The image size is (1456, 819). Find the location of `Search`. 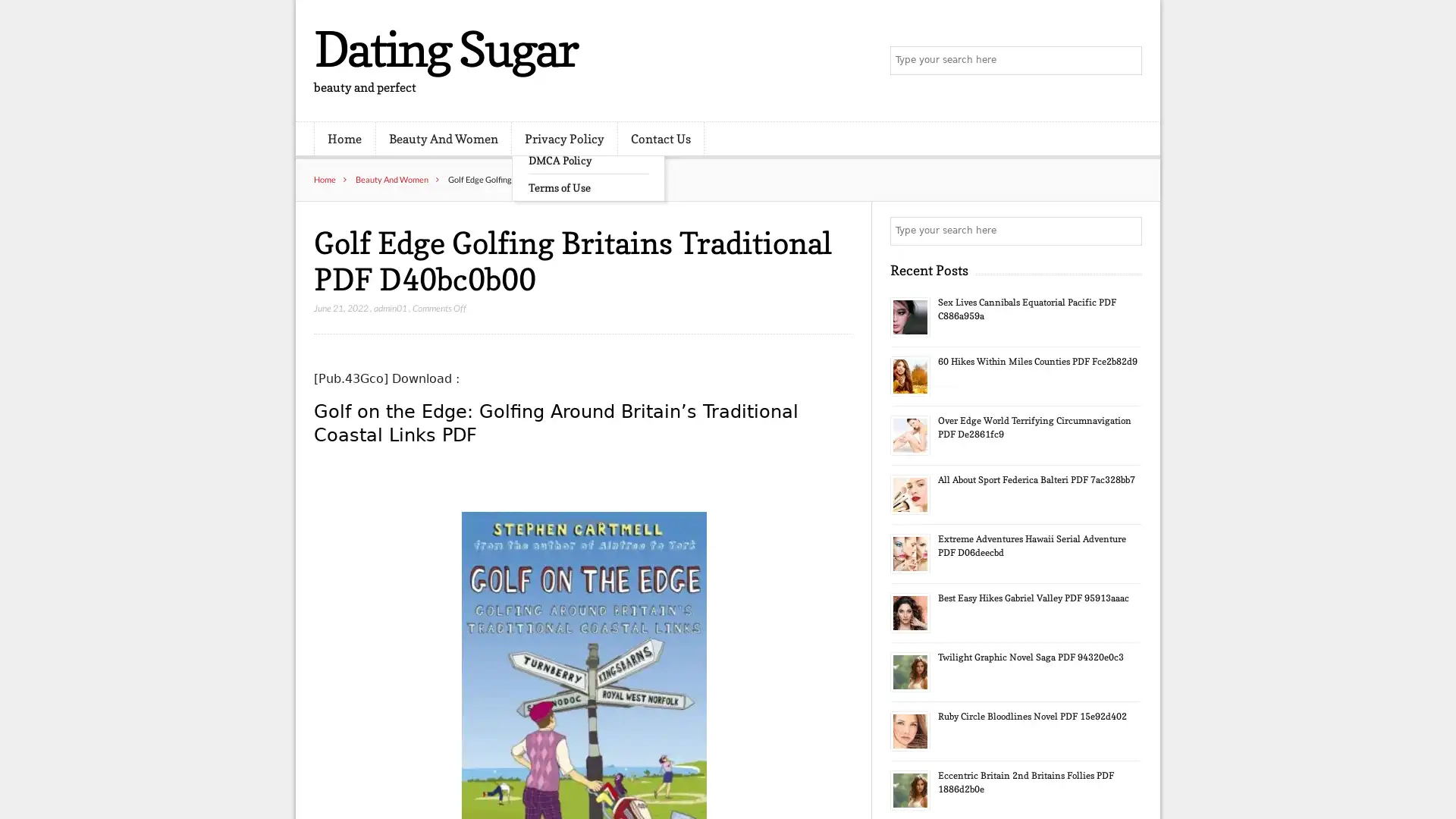

Search is located at coordinates (1126, 231).